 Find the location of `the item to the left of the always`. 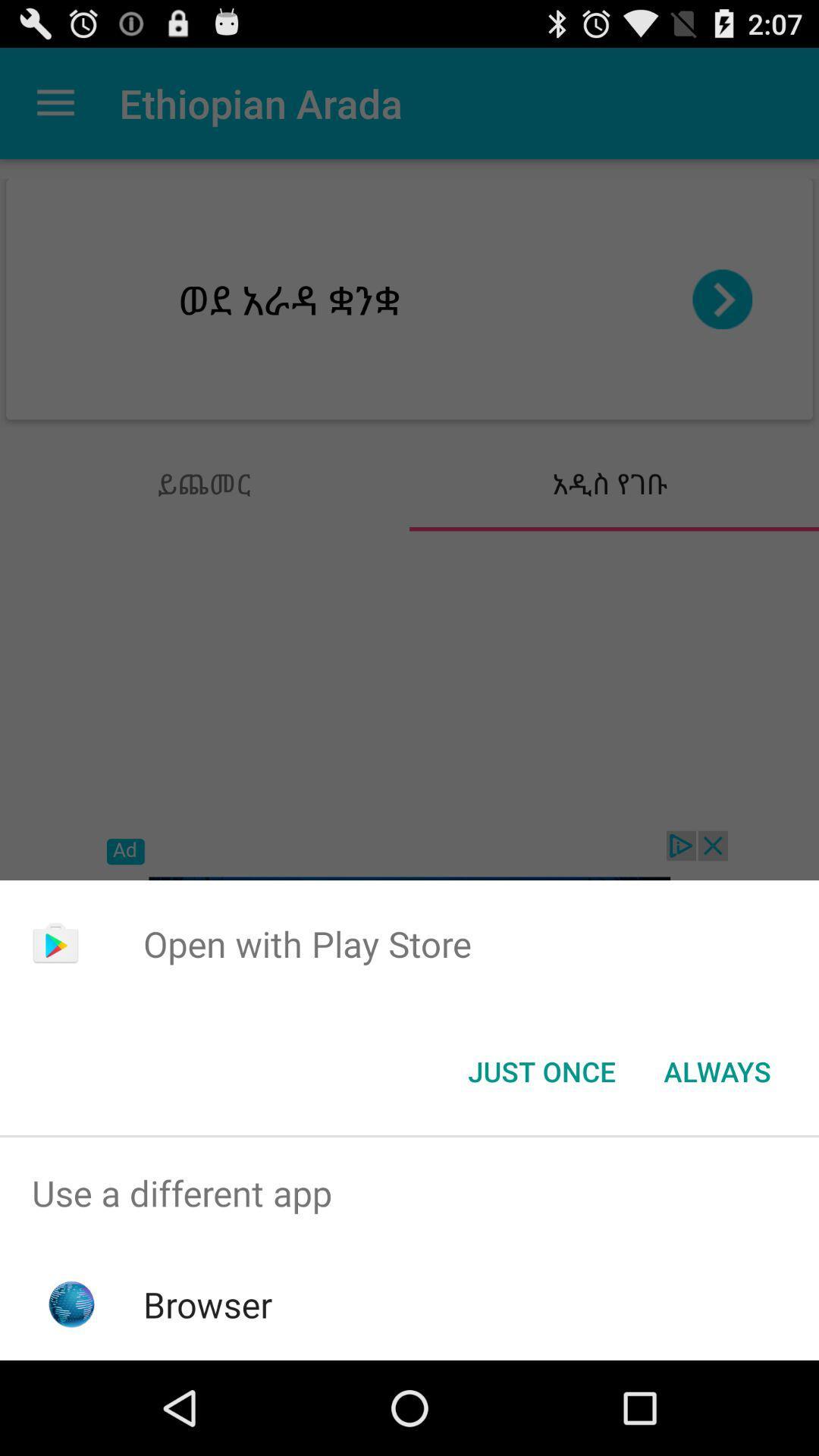

the item to the left of the always is located at coordinates (541, 1070).